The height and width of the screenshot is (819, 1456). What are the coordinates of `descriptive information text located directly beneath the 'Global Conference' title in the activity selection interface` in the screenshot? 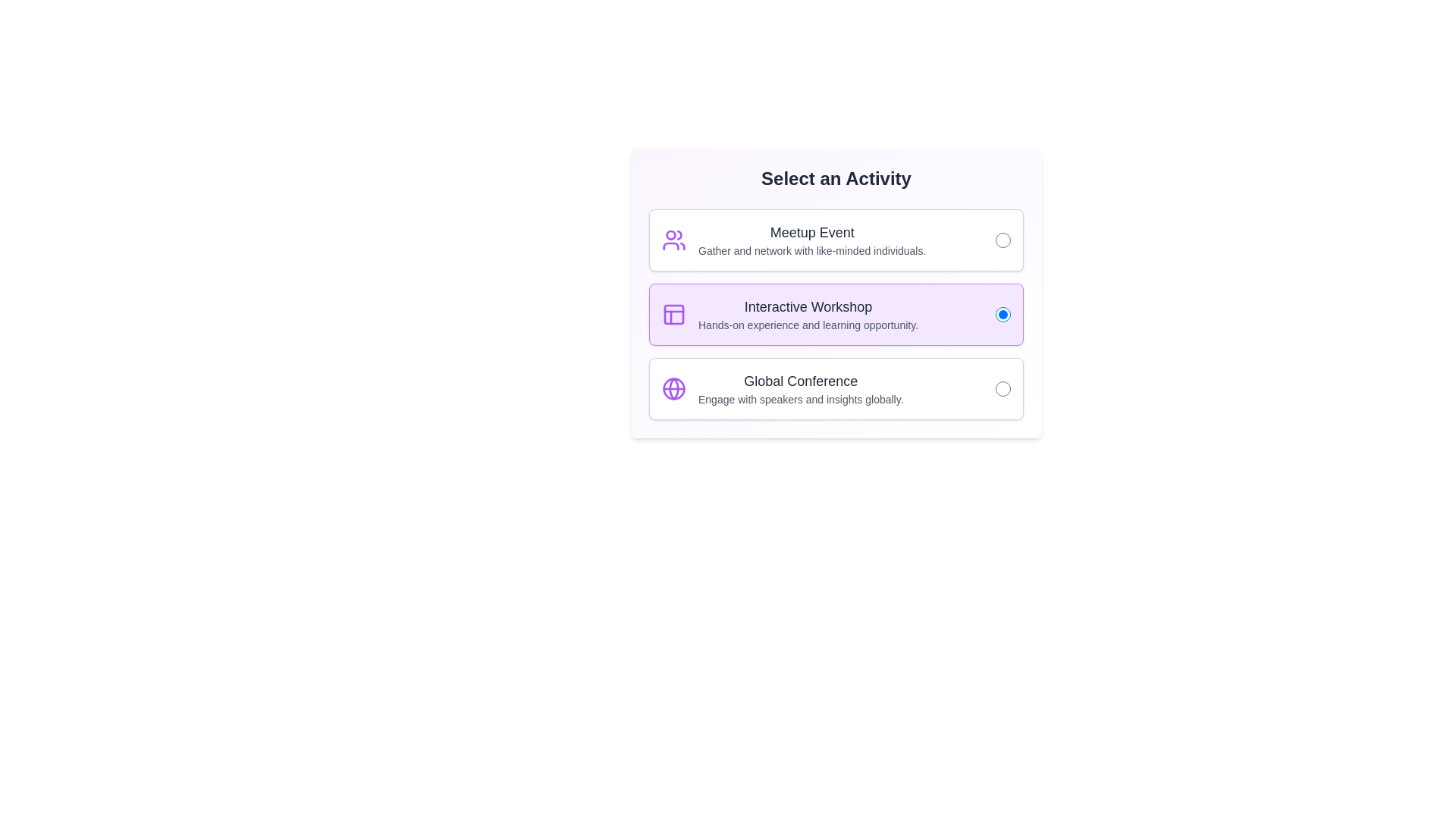 It's located at (800, 399).